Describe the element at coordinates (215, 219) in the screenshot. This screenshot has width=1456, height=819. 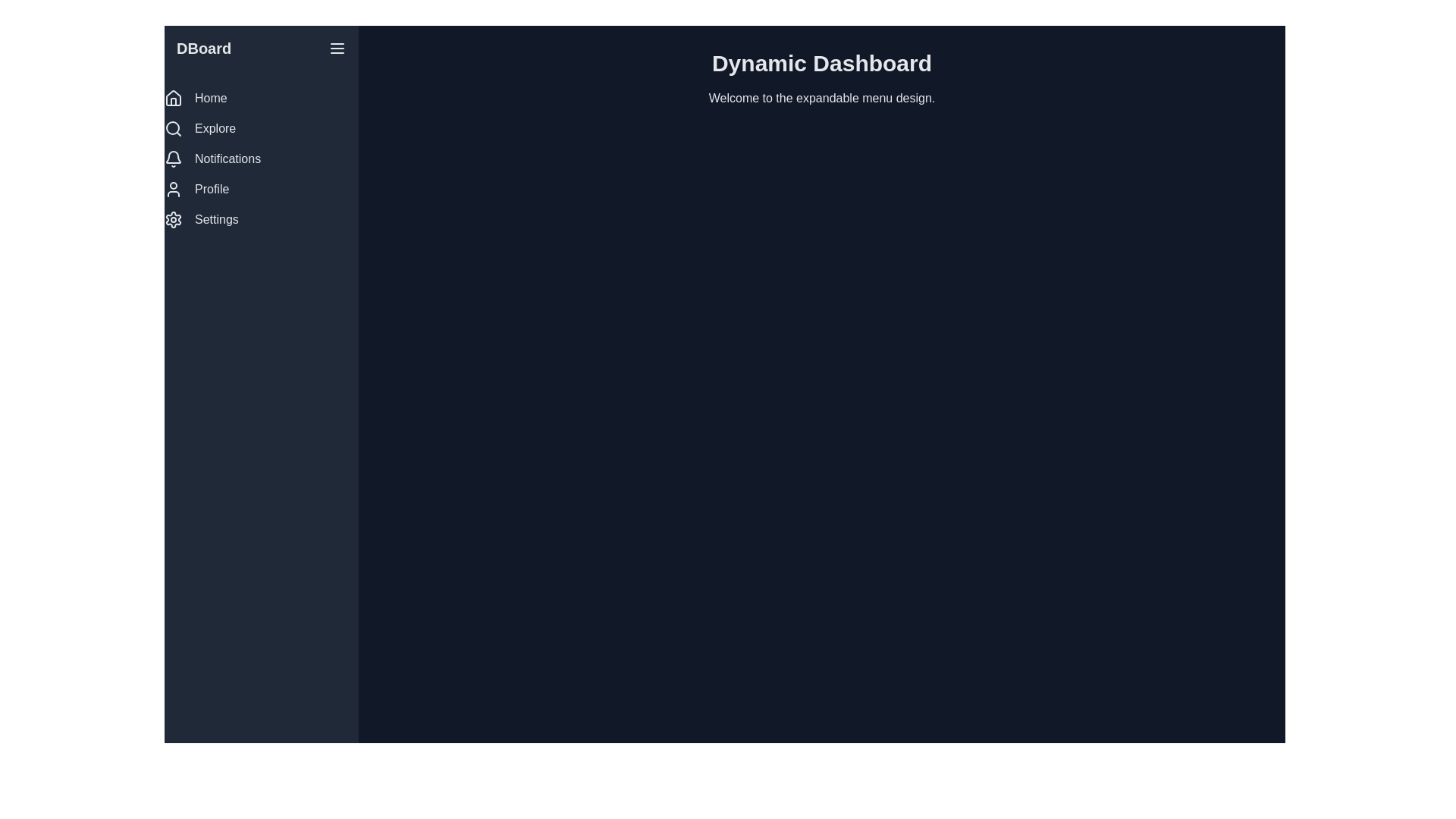
I see `text label displaying 'Settings' in the vertical sidebar menu, which has a white font color on a dark background` at that location.